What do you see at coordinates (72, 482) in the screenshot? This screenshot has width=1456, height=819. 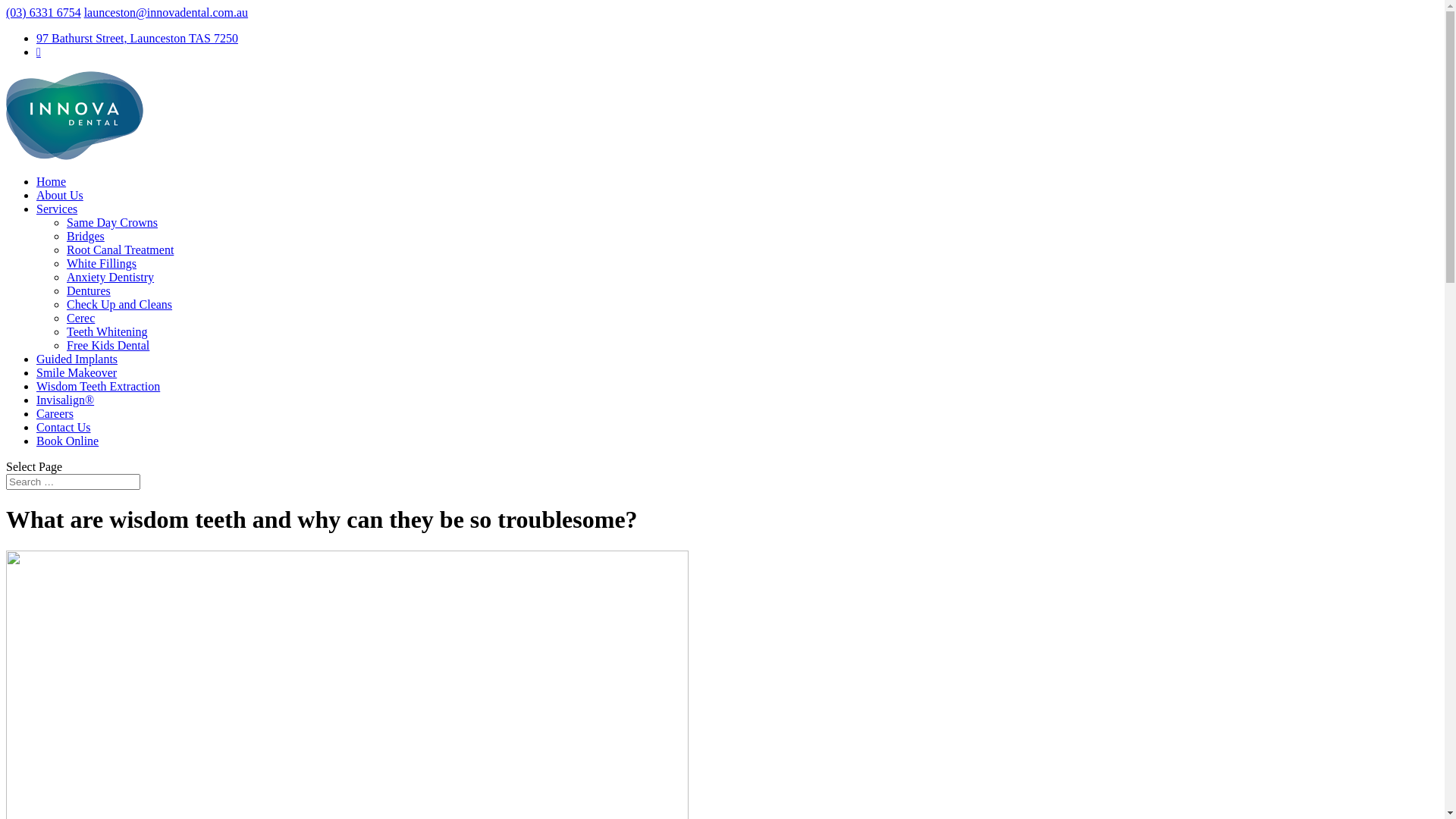 I see `'Search for:'` at bounding box center [72, 482].